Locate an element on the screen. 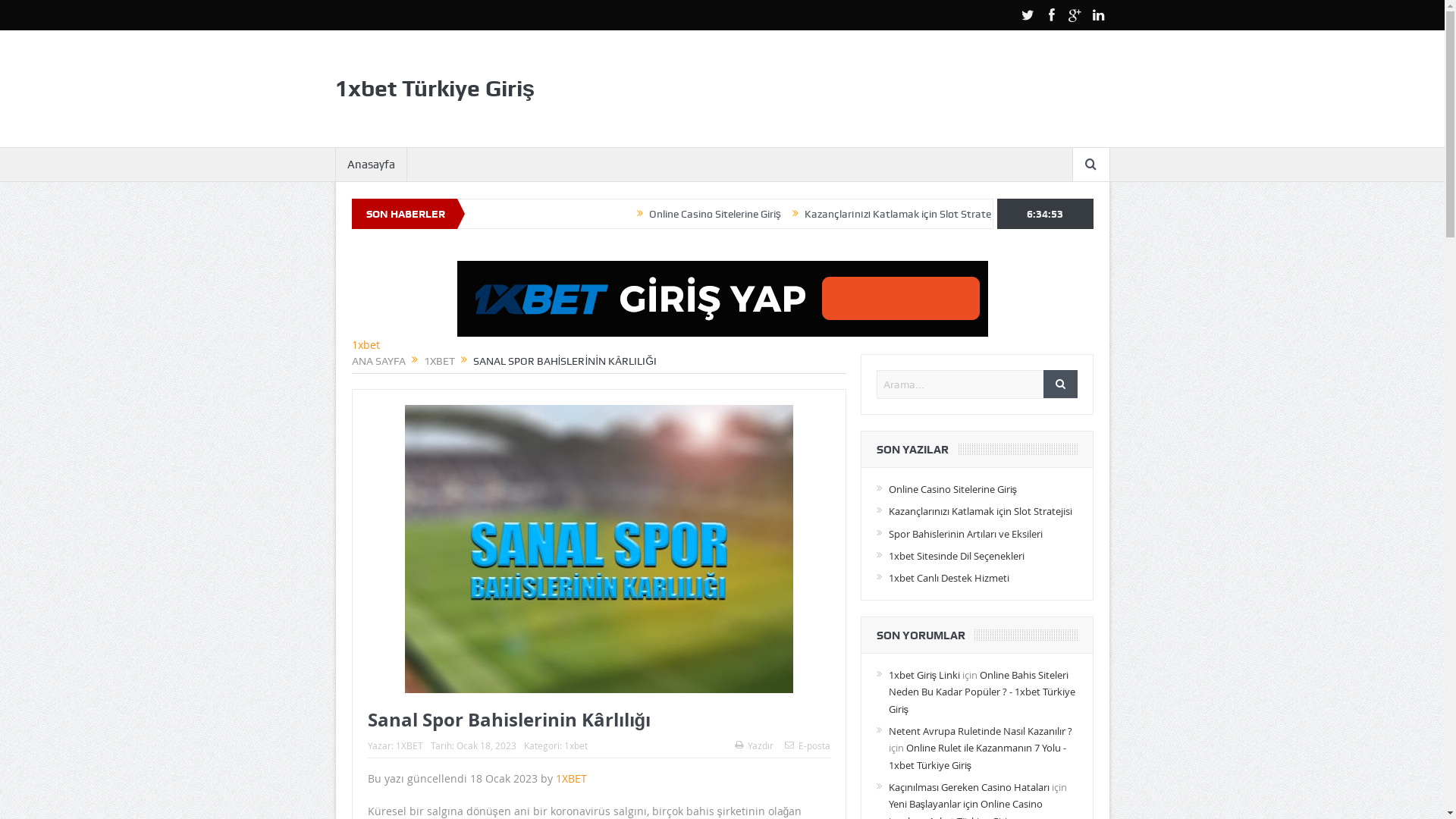  '1xbet' is located at coordinates (575, 745).